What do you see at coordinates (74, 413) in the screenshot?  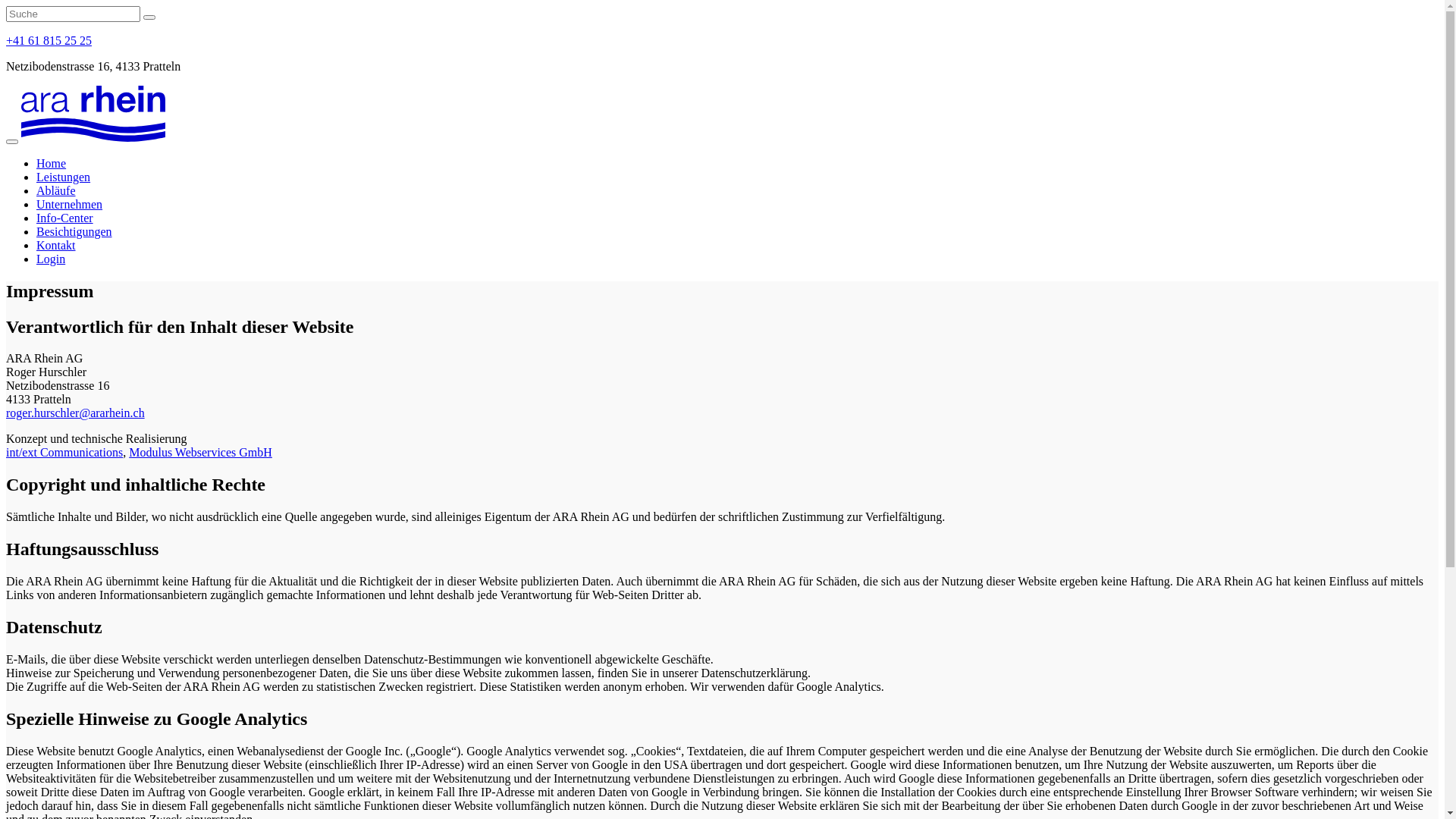 I see `'roger.hurschler@ararhein.ch'` at bounding box center [74, 413].